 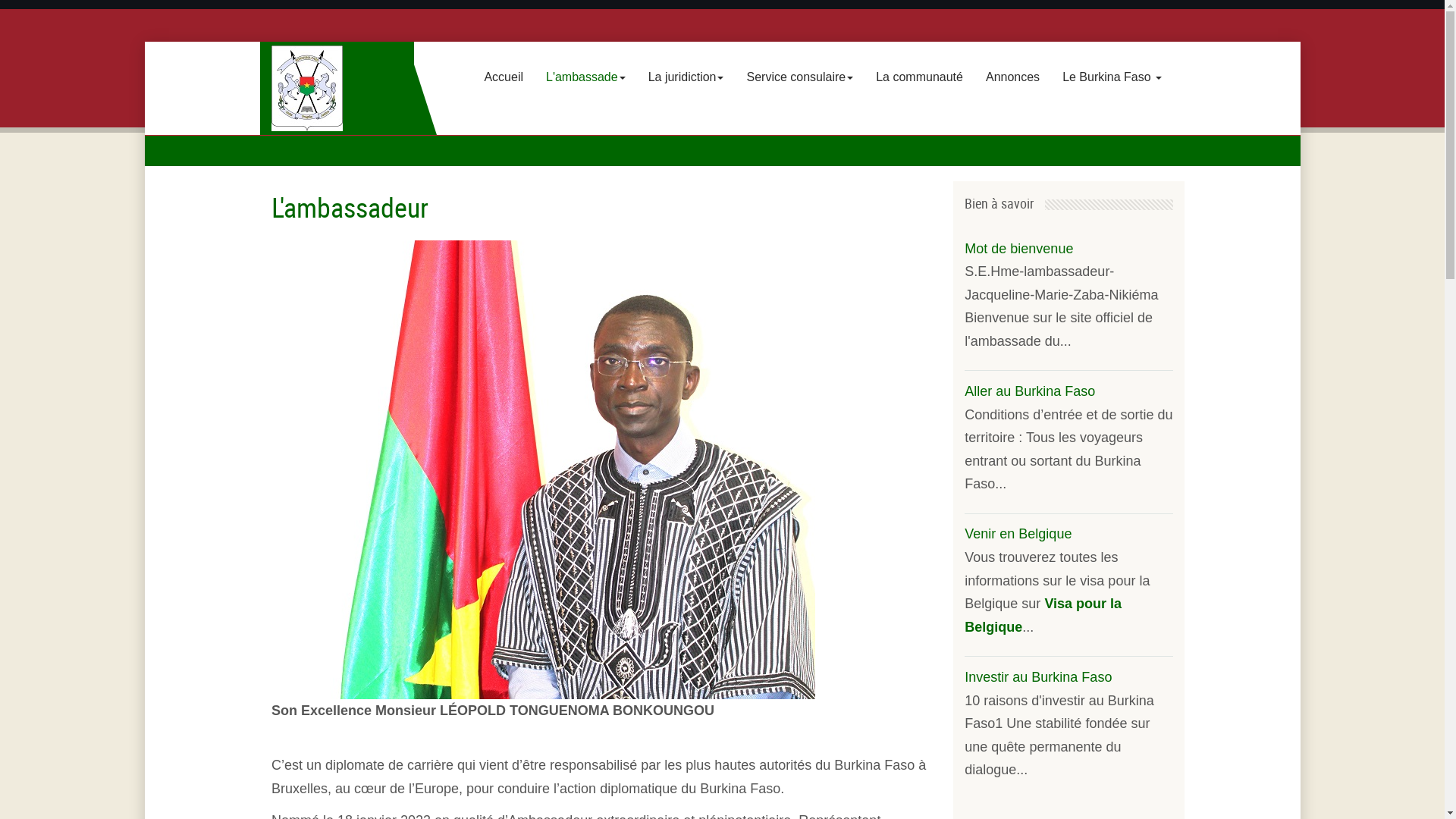 What do you see at coordinates (349, 207) in the screenshot?
I see `'L'ambassadeur'` at bounding box center [349, 207].